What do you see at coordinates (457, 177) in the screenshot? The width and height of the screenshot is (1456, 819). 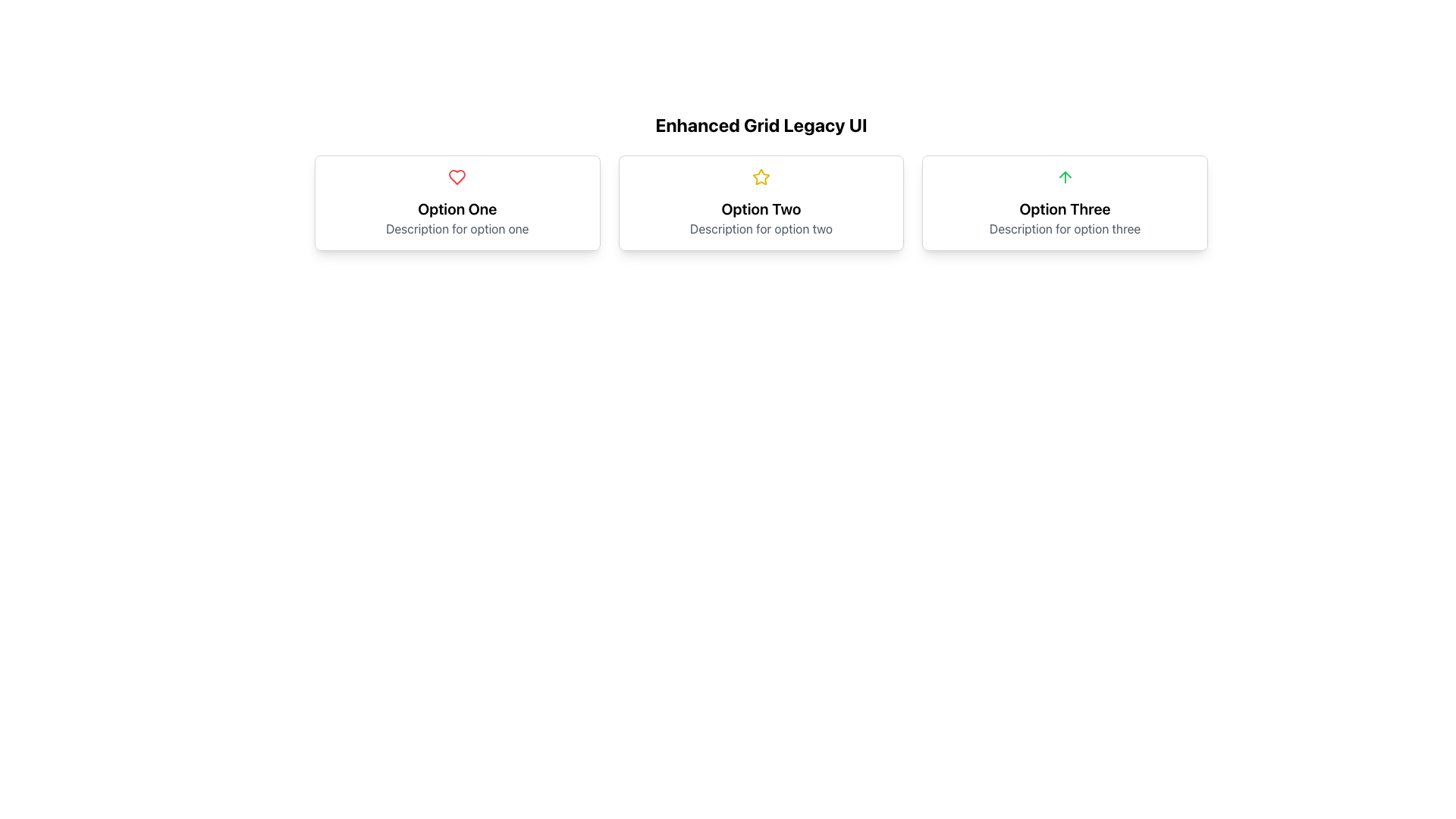 I see `the red heart icon located in the Option One card, which is directly above the text 'Option One' and 'Description for option one.'` at bounding box center [457, 177].